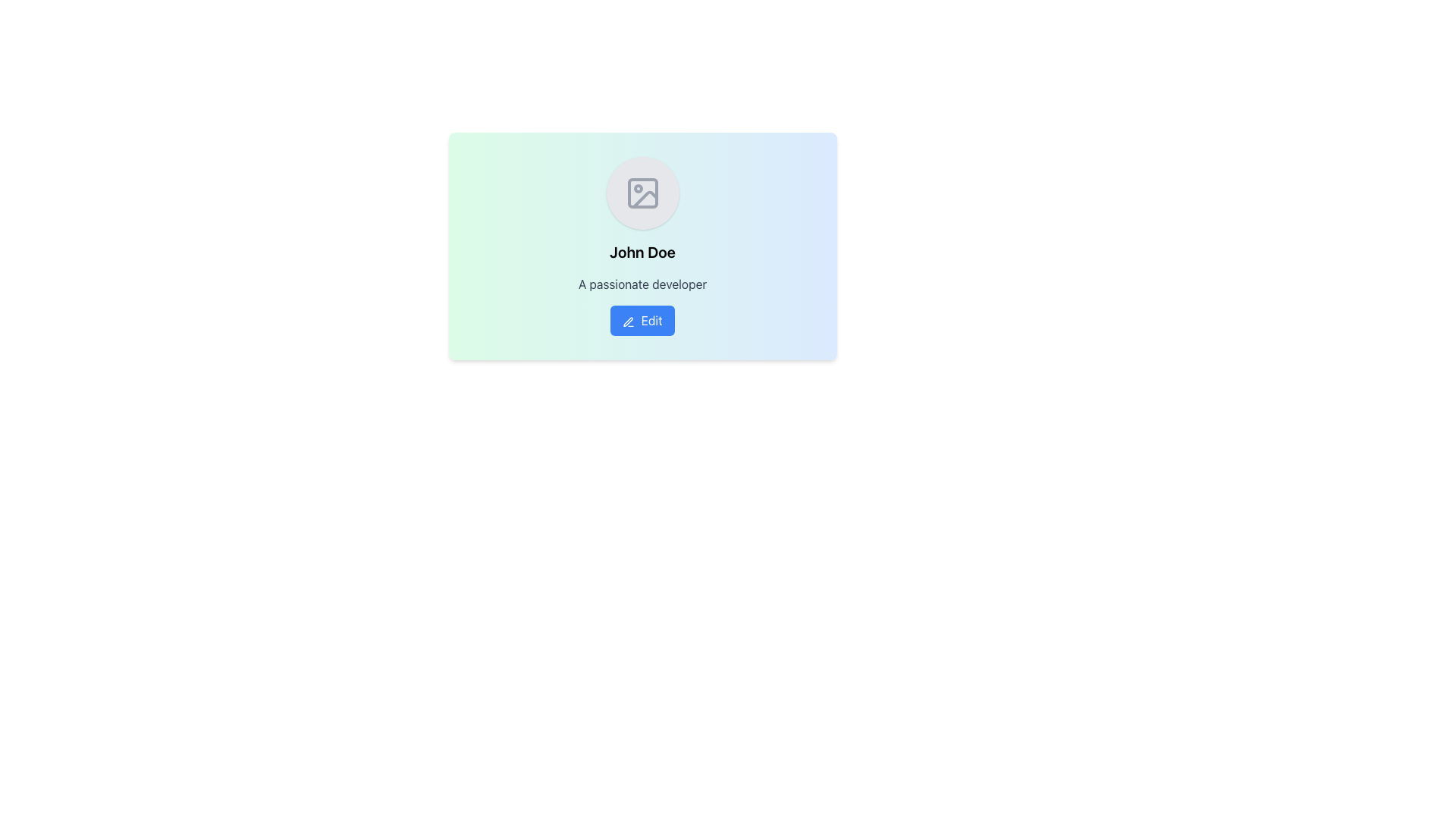 This screenshot has width=1456, height=819. What do you see at coordinates (642, 192) in the screenshot?
I see `the stylized icon representing a placeholder image, which is located at the top center of the user information card, above the user name 'John Doe' and the subtitle 'A passionate developer'` at bounding box center [642, 192].